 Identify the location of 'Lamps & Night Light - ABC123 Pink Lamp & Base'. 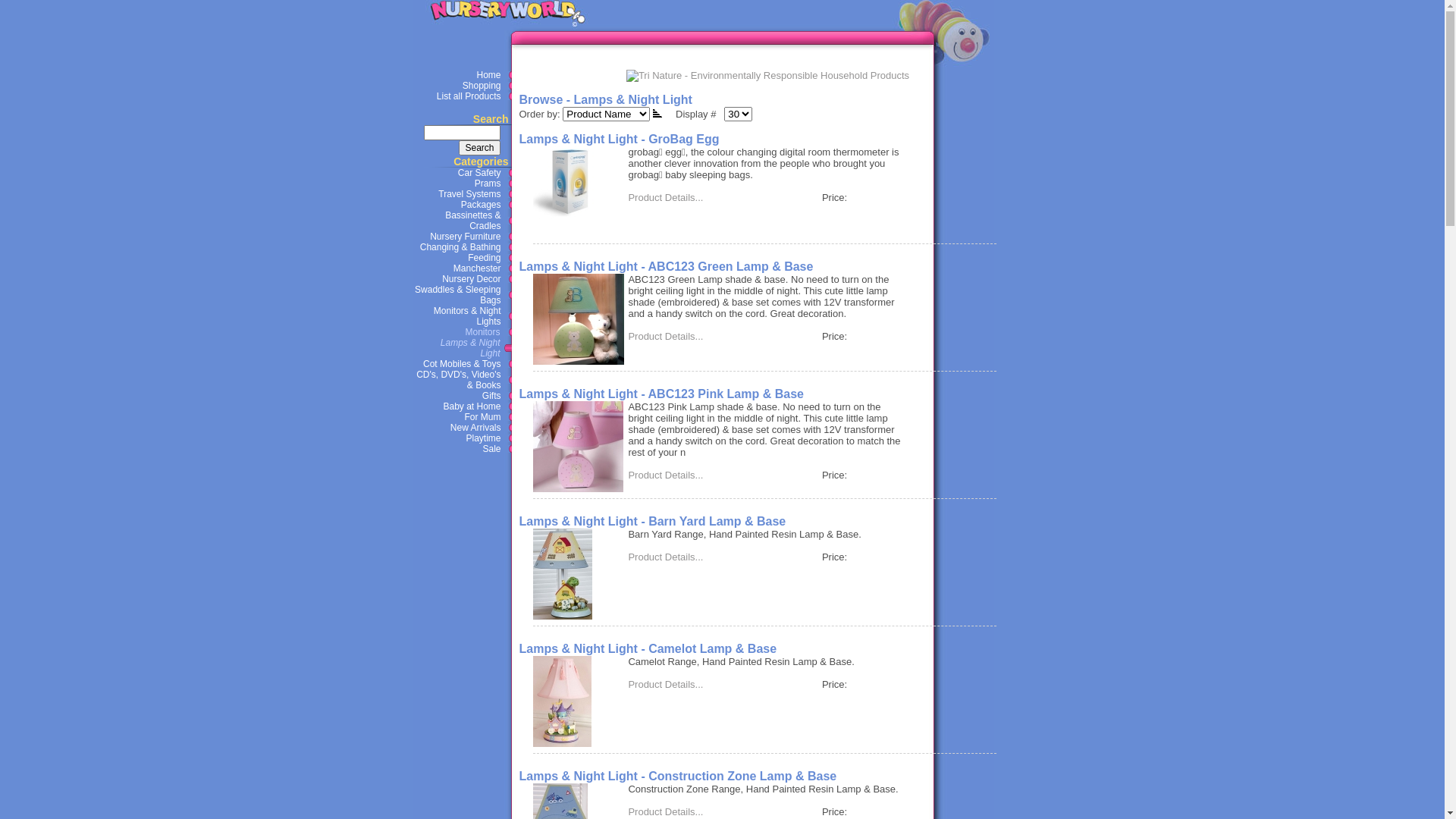
(661, 393).